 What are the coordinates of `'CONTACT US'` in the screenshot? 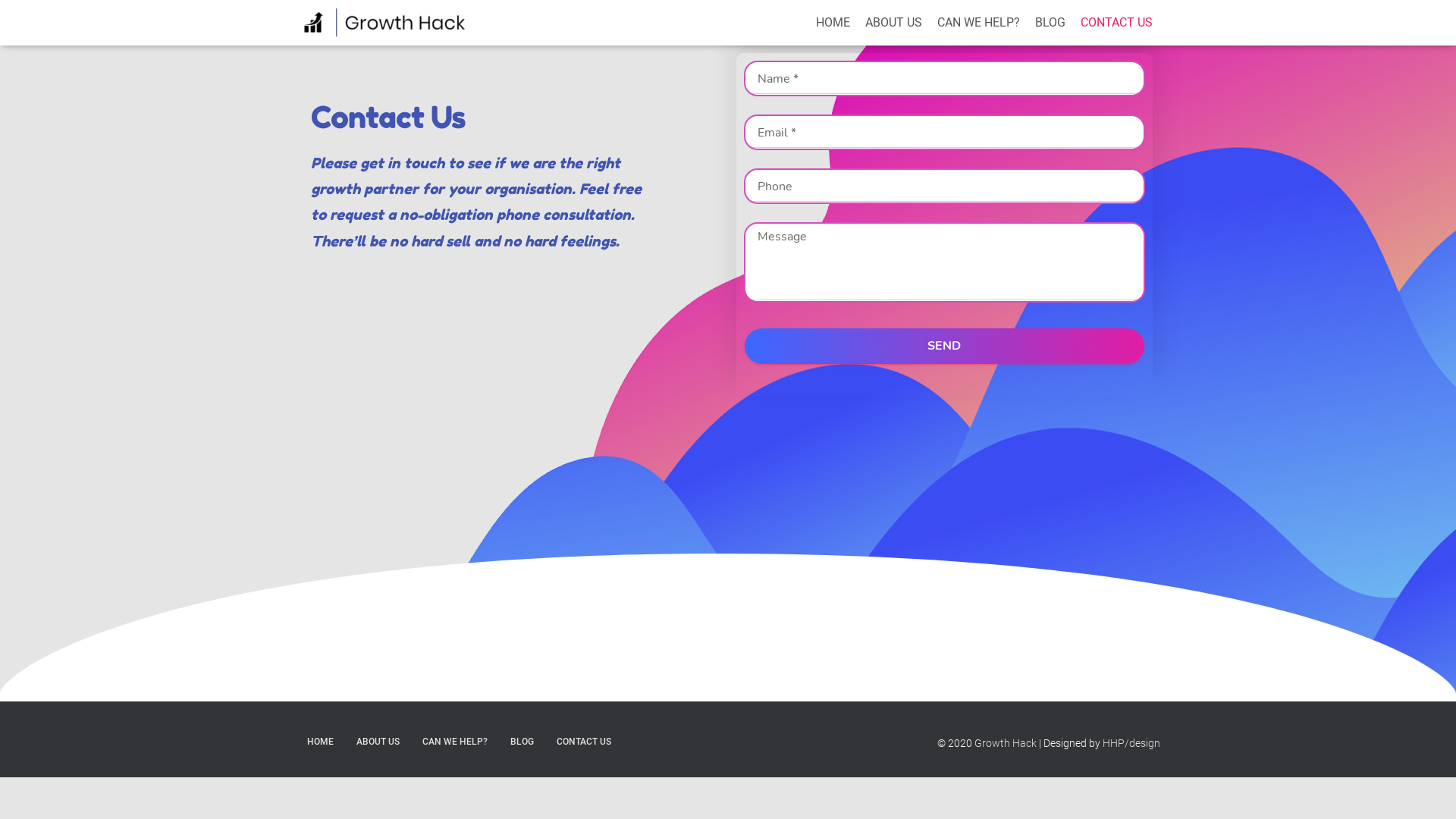 It's located at (1116, 23).